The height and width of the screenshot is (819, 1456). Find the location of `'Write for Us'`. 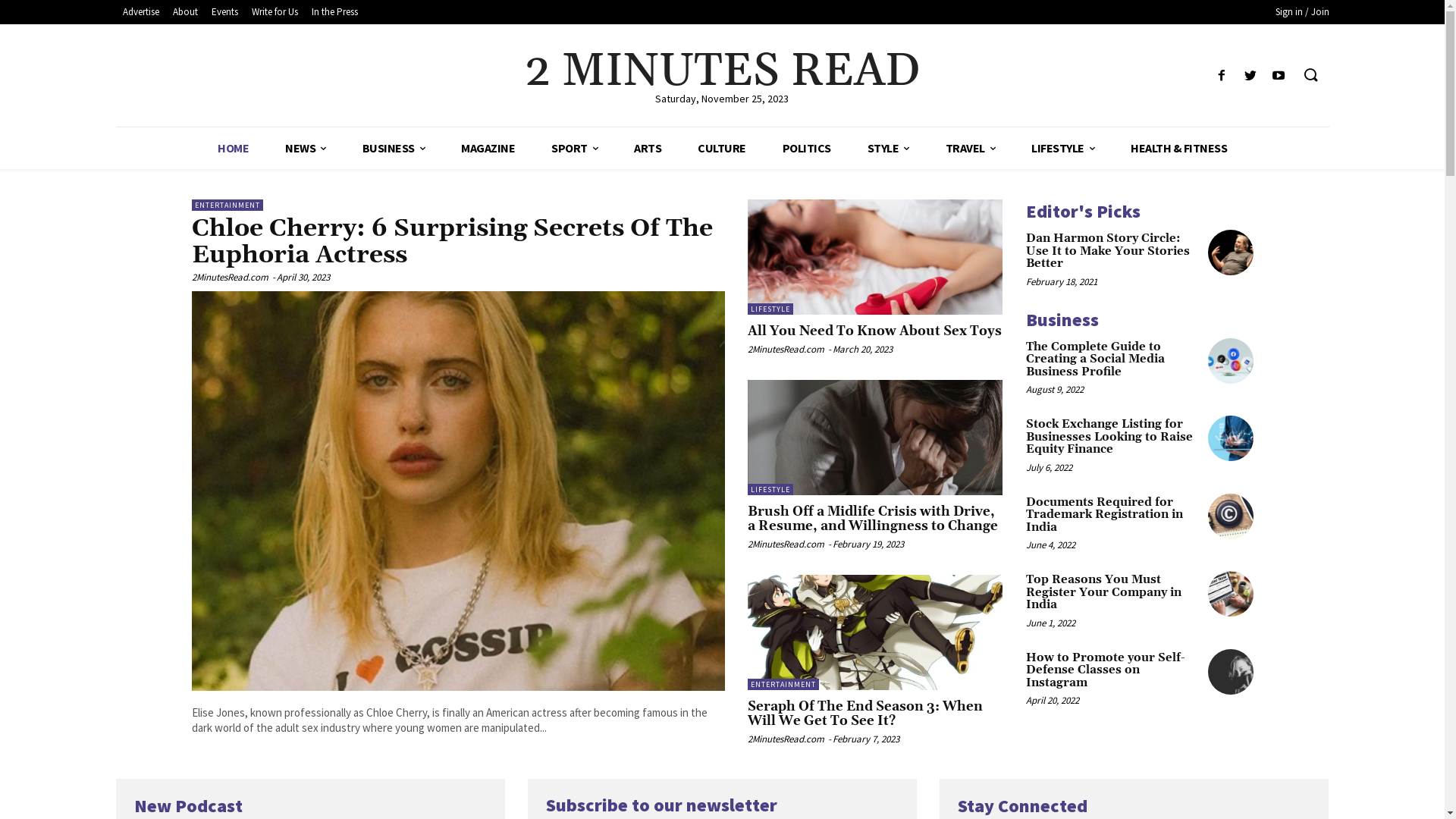

'Write for Us' is located at coordinates (274, 11).